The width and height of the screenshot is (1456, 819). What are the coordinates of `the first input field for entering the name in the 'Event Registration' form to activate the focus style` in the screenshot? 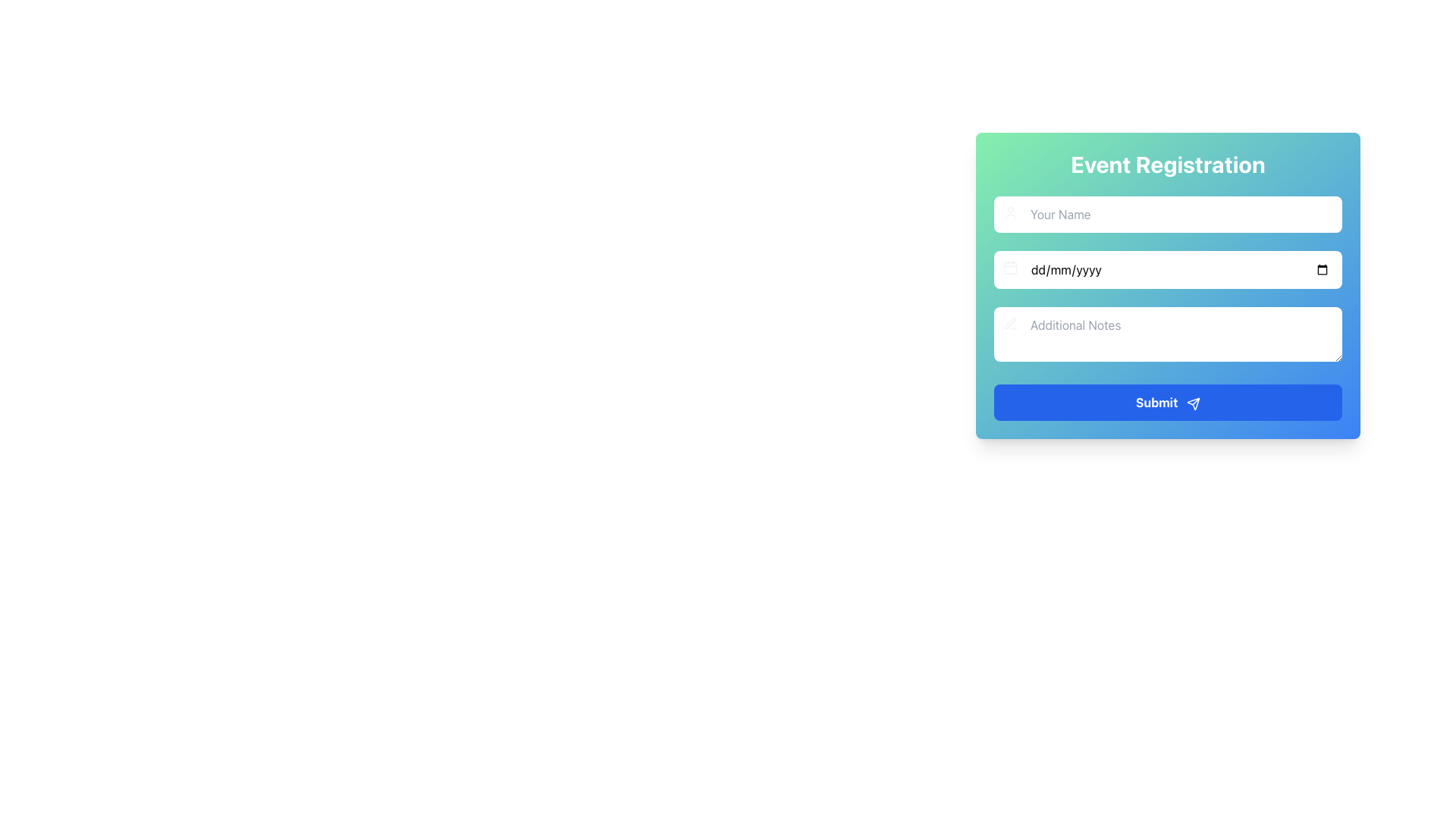 It's located at (1167, 214).